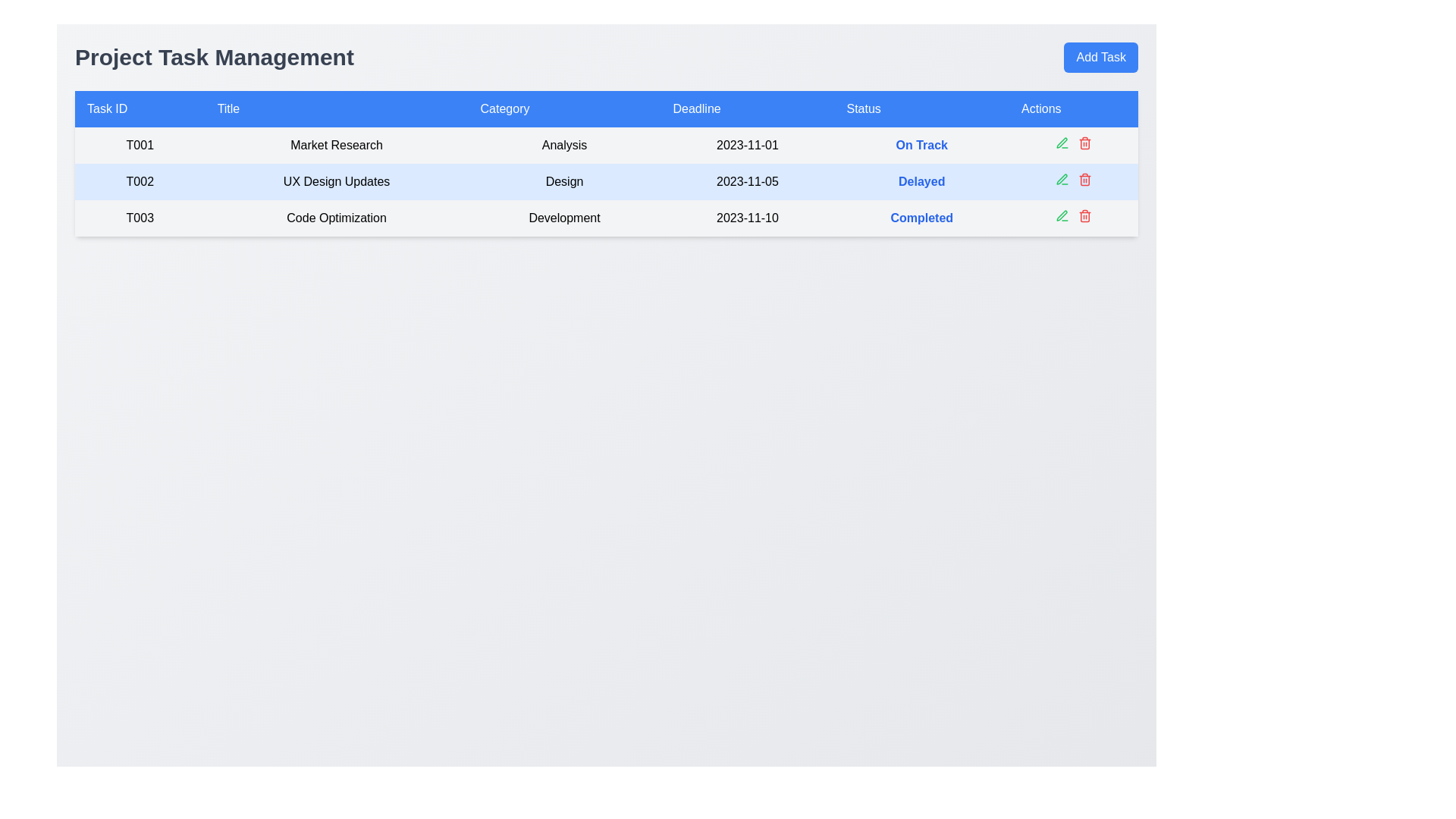 This screenshot has width=1456, height=819. What do you see at coordinates (747, 218) in the screenshot?
I see `the text label displaying the date '2023-11-10' in the 'Deadline' column of the task 'T003' row in the data table` at bounding box center [747, 218].